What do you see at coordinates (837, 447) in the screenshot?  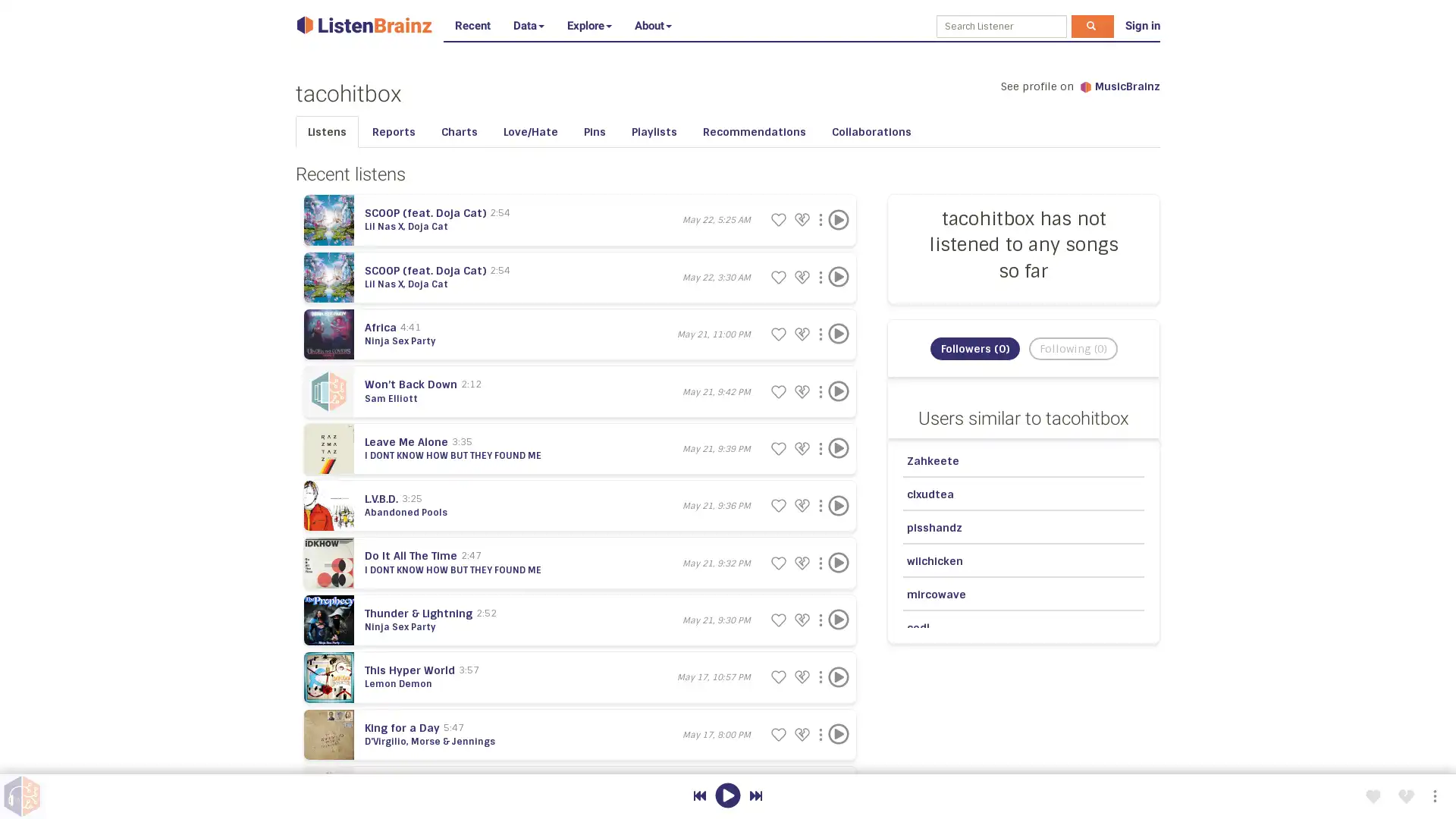 I see `Play` at bounding box center [837, 447].